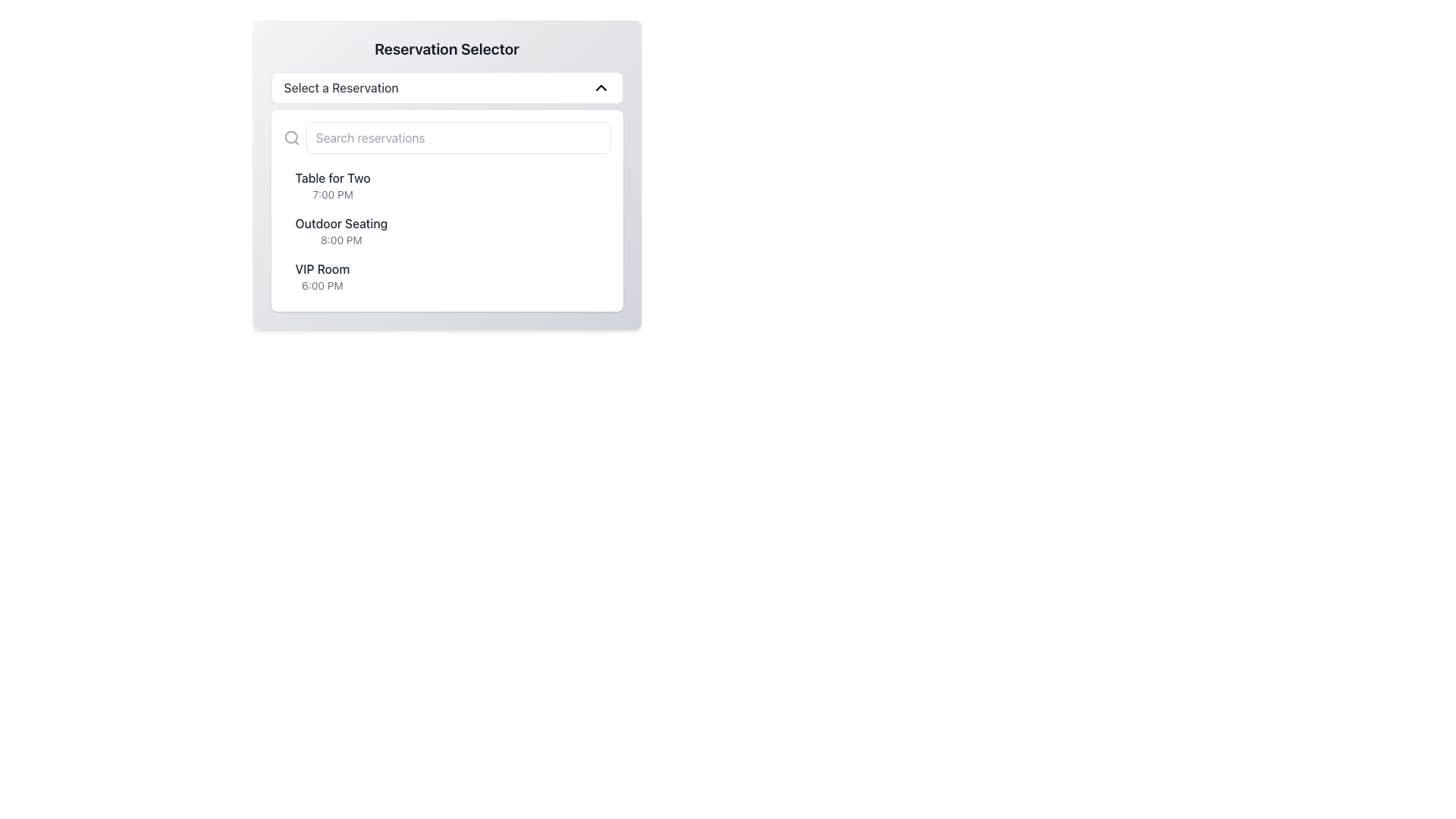 Image resolution: width=1456 pixels, height=819 pixels. Describe the element at coordinates (340, 231) in the screenshot. I see `the list item displaying 'Outdoor Seating' with the time '8:00 PM'` at that location.